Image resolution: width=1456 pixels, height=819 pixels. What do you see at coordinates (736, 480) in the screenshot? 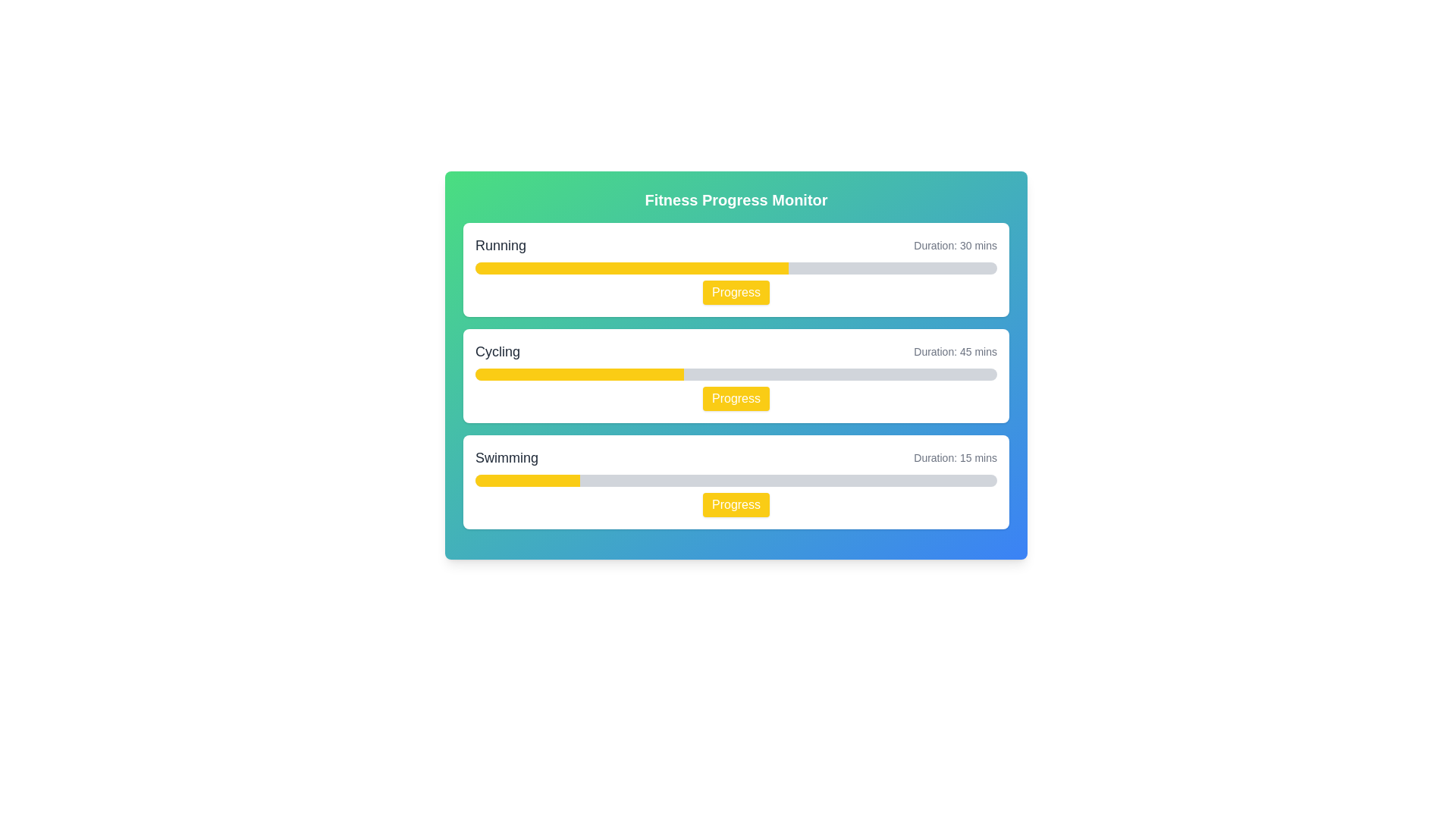
I see `the third horizontal progress bar located in the 'Swimming' activity section, styled with a gray base and yellow fill, positioned below the text 'Swimming' and 'Duration: 15 mins' and above the yellow 'Progress' button` at bounding box center [736, 480].